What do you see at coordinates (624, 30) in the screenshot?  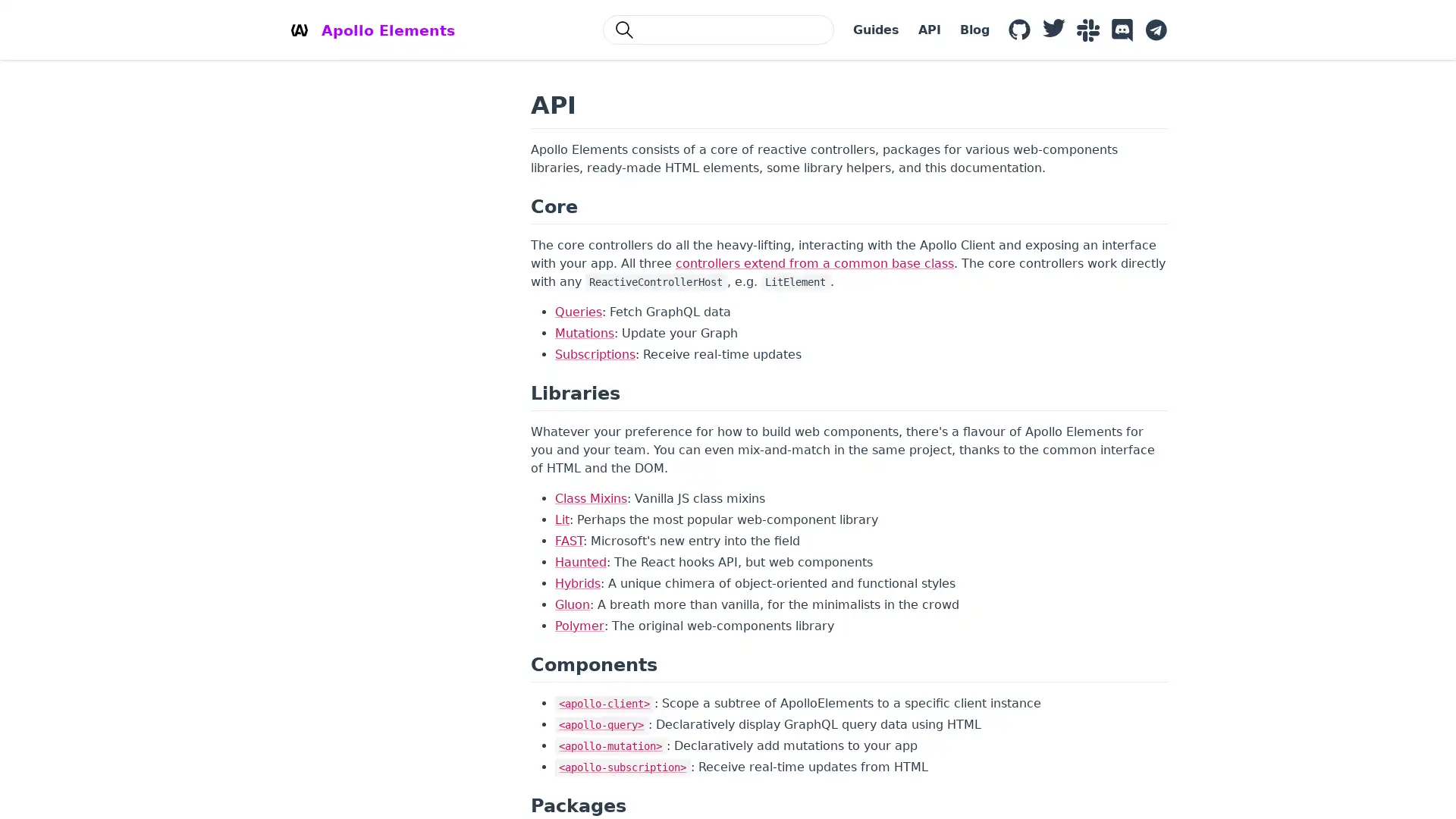 I see `Search` at bounding box center [624, 30].